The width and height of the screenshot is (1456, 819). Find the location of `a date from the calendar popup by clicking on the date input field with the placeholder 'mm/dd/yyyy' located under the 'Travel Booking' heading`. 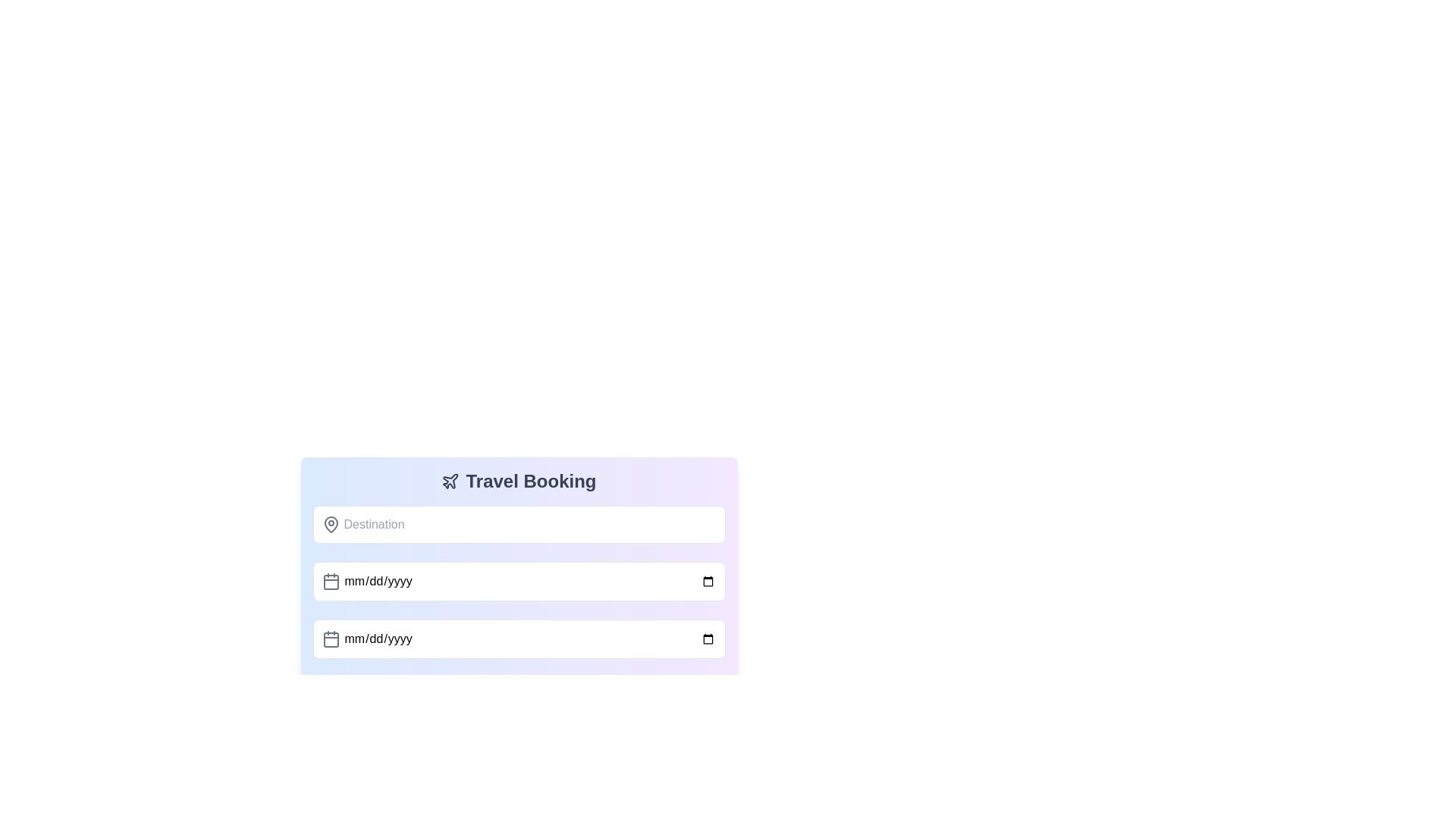

a date from the calendar popup by clicking on the date input field with the placeholder 'mm/dd/yyyy' located under the 'Travel Booking' heading is located at coordinates (519, 639).